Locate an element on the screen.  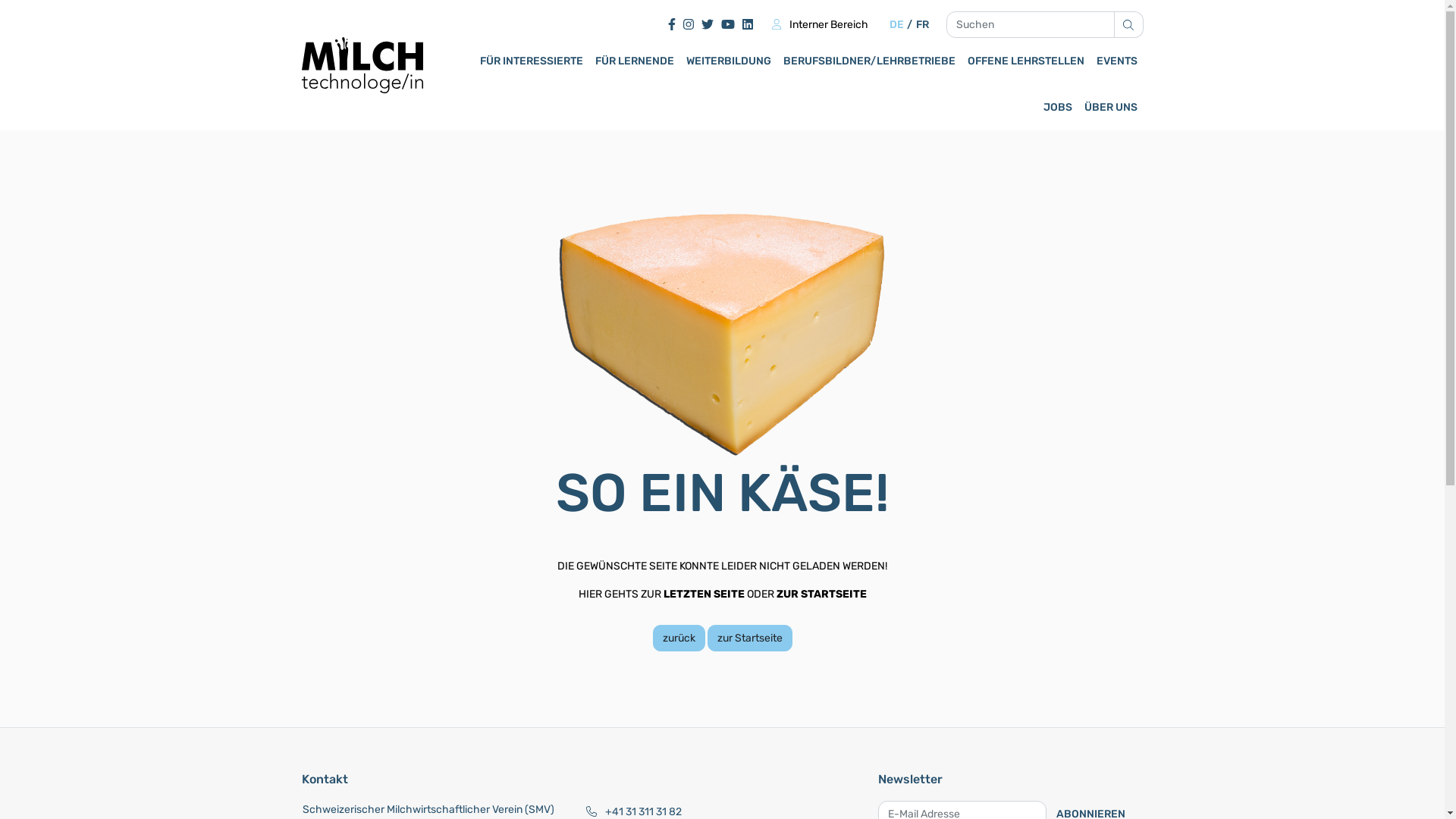
'+41 31 311 31 82' is located at coordinates (643, 811).